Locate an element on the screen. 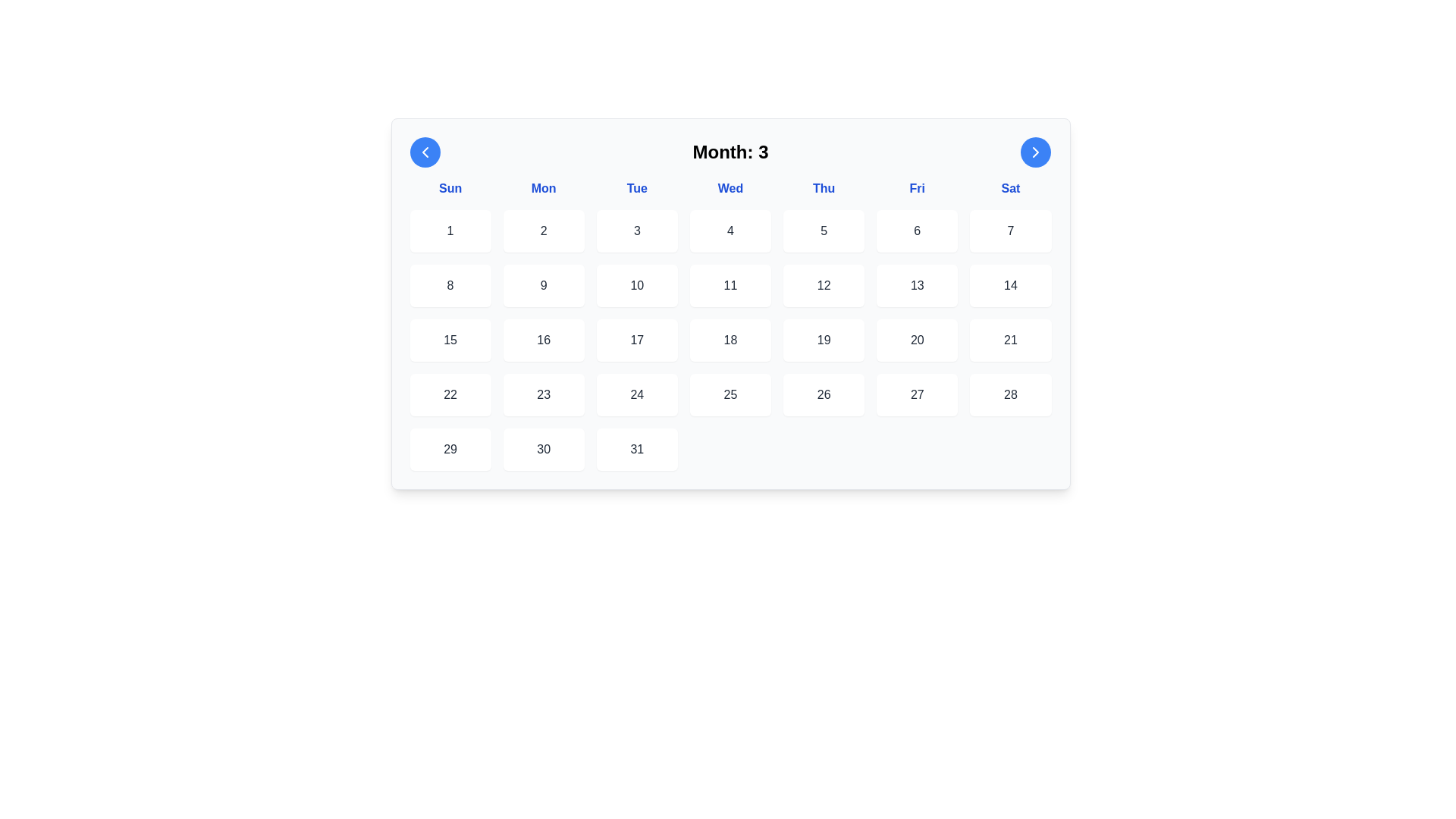  the text label displaying 'Month: 3' which is centered between two circular blue buttons in the top bar of the calendar widget is located at coordinates (730, 152).